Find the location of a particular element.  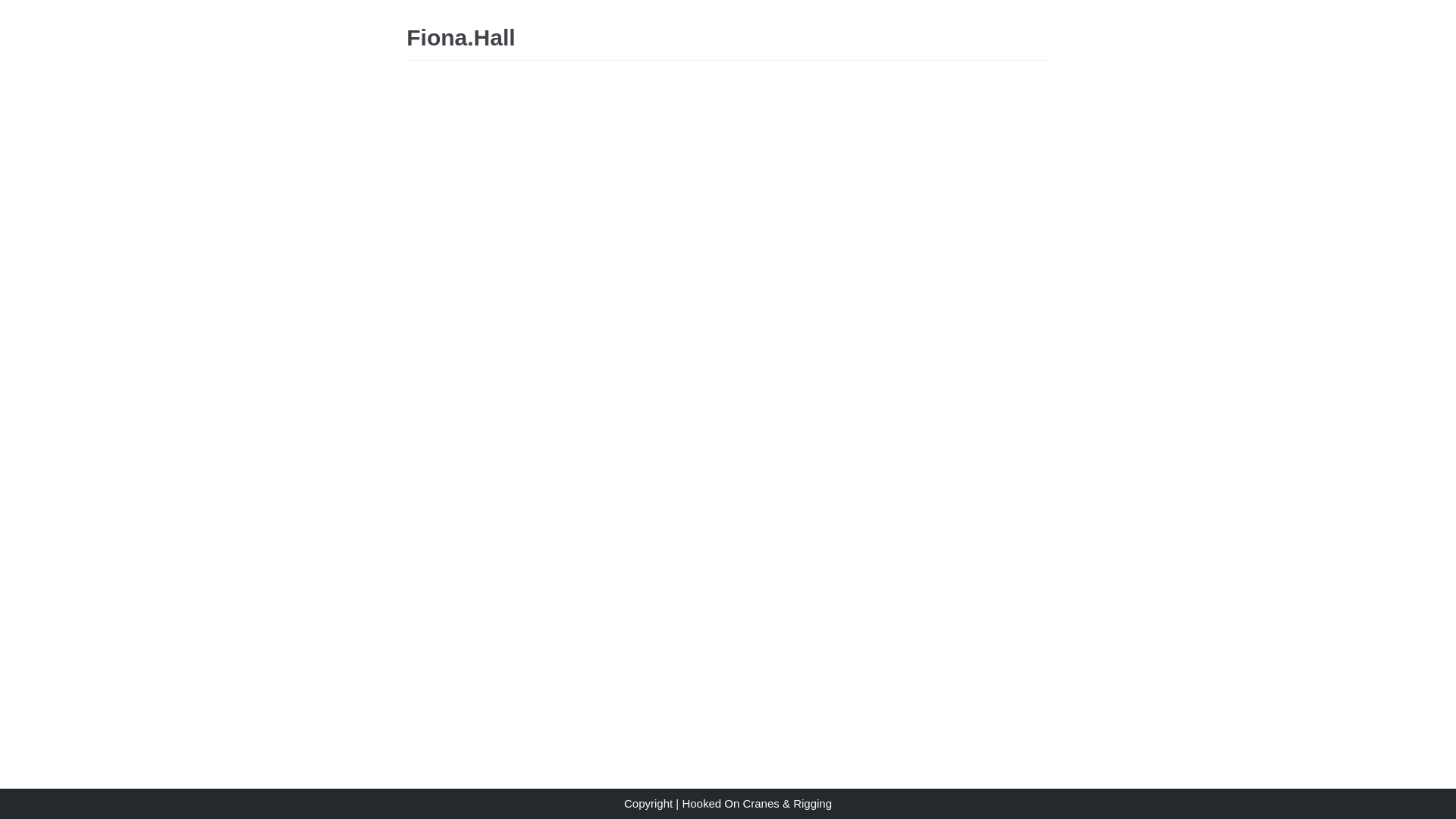

'Skip to content' is located at coordinates (14, 8).